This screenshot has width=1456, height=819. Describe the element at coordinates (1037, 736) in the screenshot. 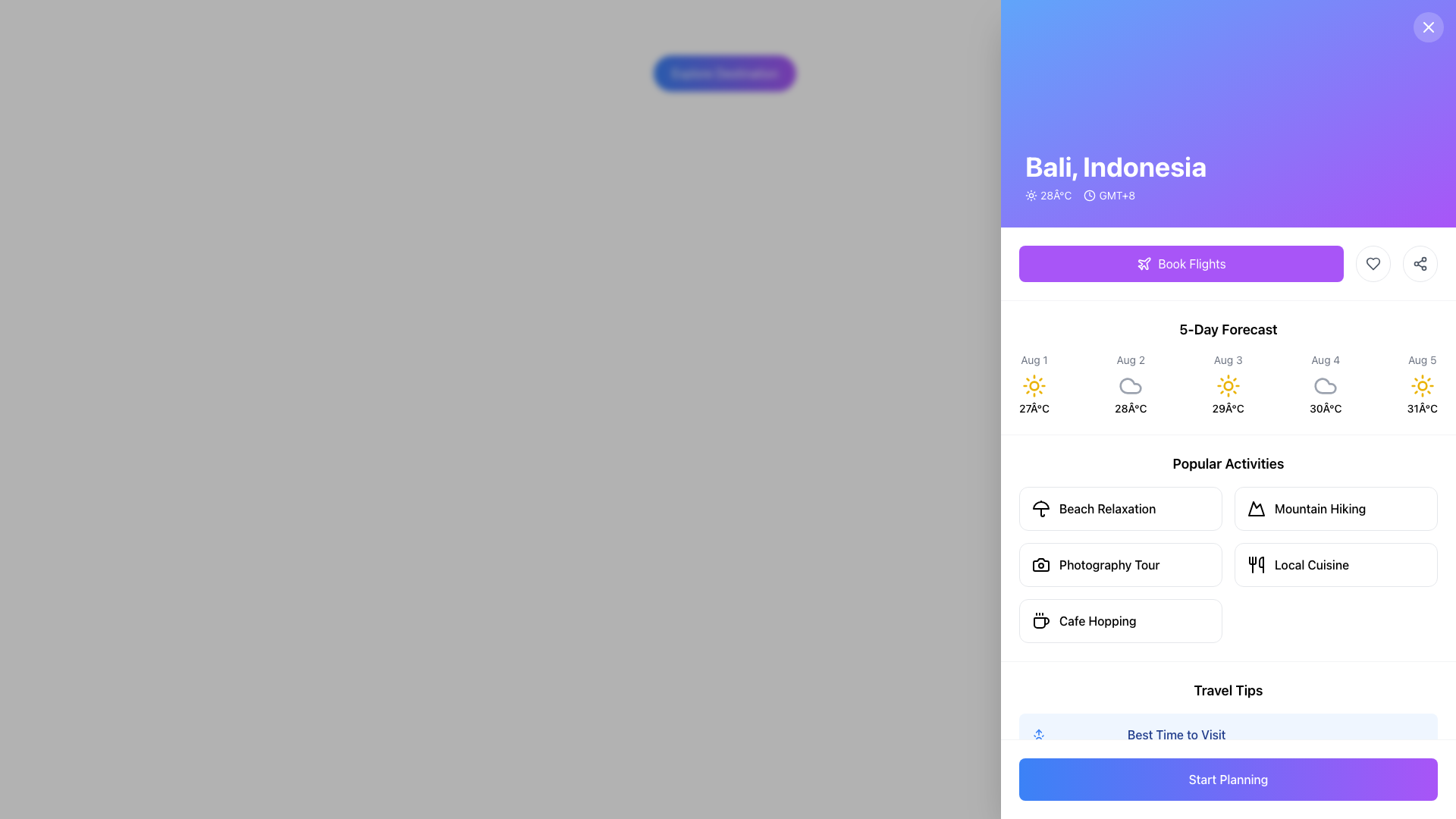

I see `the blue sunrise SVG icon located at the top-left corner of the highlighted box containing travel tips` at that location.